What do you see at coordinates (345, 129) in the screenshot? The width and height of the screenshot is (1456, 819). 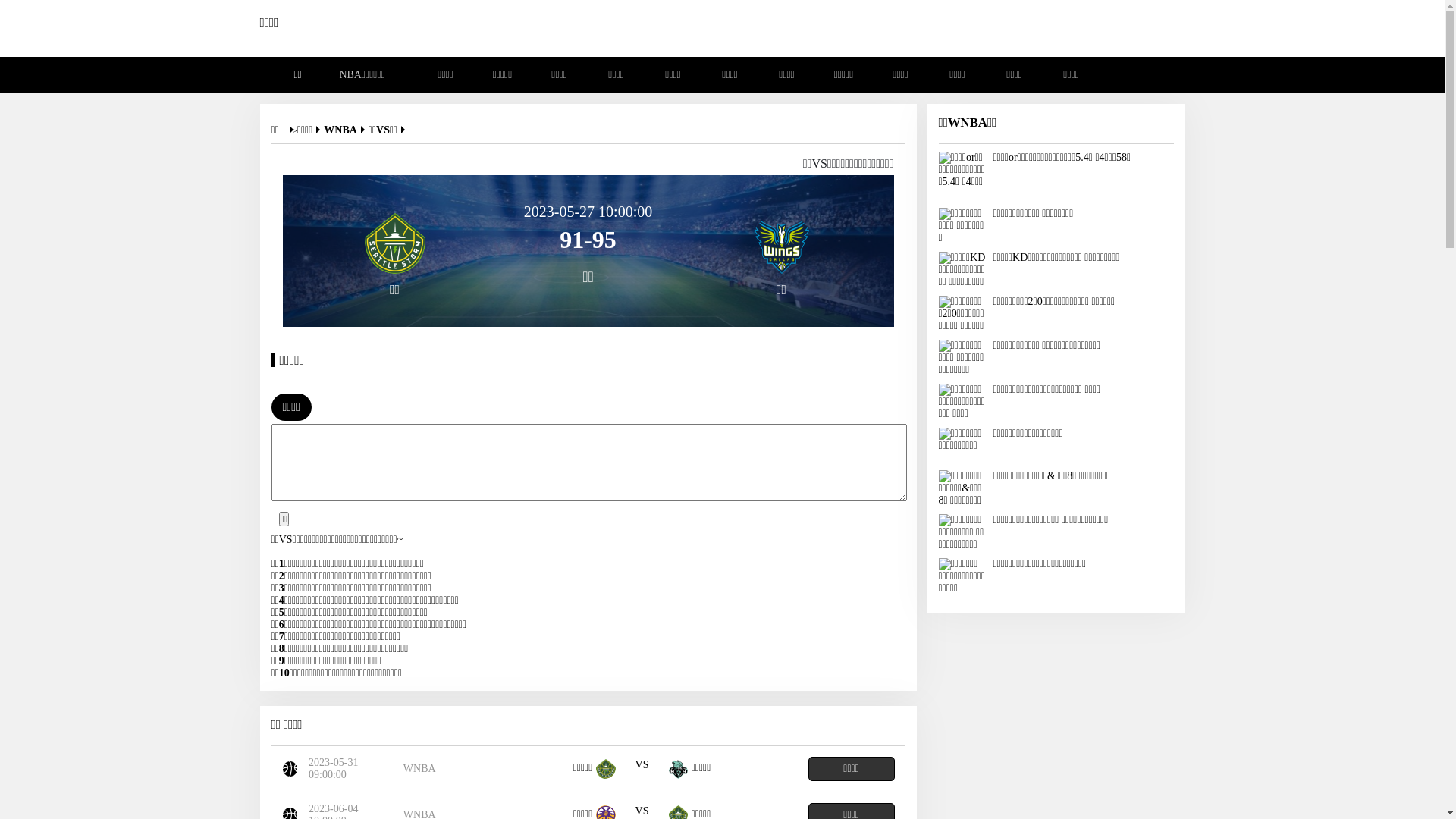 I see `'WNBA'` at bounding box center [345, 129].